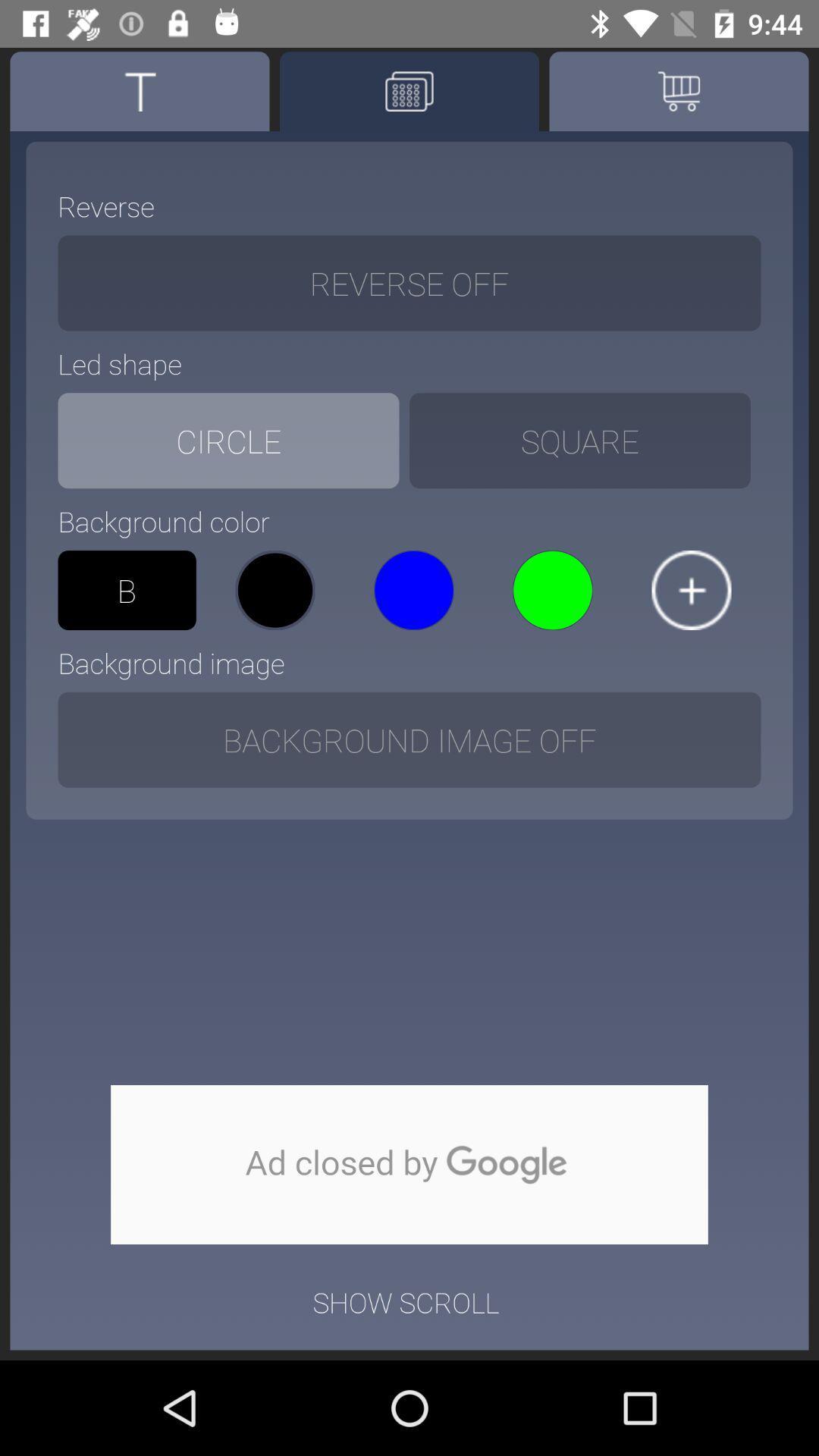  Describe the element at coordinates (409, 1164) in the screenshot. I see `google option` at that location.